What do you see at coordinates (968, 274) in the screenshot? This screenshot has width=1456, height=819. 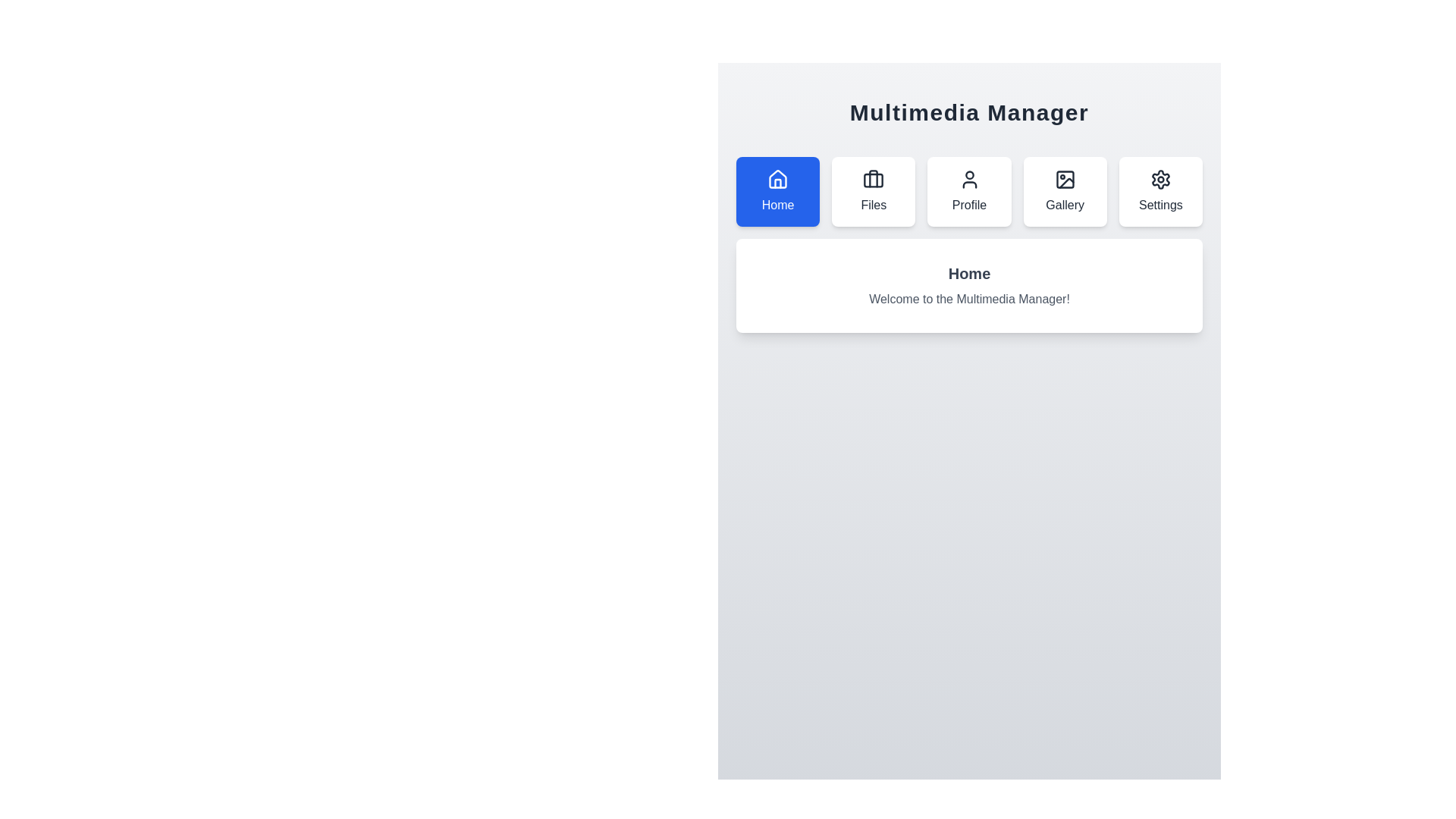 I see `the 'Home' text label, which is styled in bold, large font and centered above the 'Welcome to the Multimedia Manager!' text in a dark gray shade` at bounding box center [968, 274].